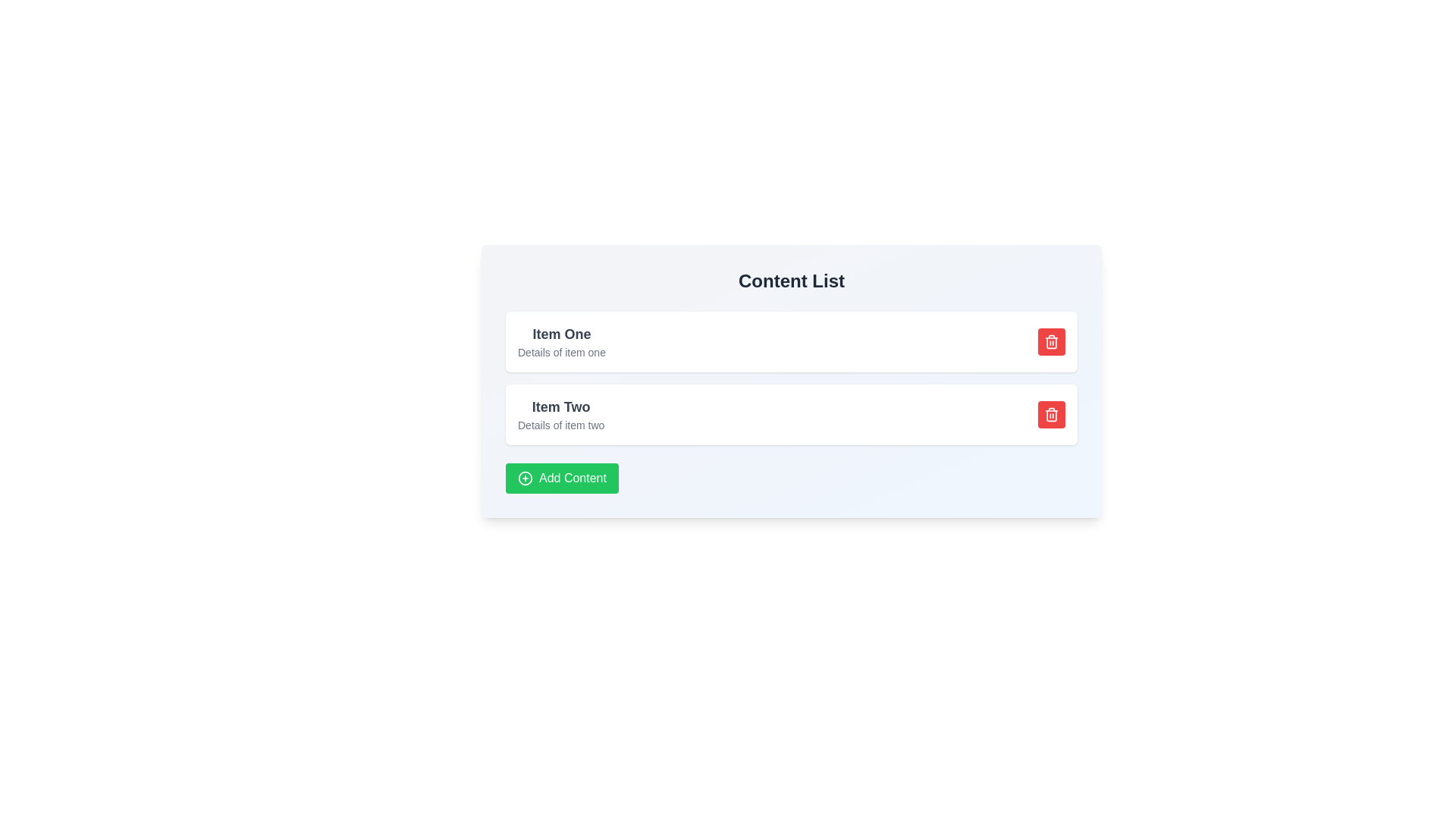 The height and width of the screenshot is (819, 1456). I want to click on the trash can icon with a red background that represents deletion functionality, located to the right of two listed content items in the control panel of the second item, so click(1051, 415).